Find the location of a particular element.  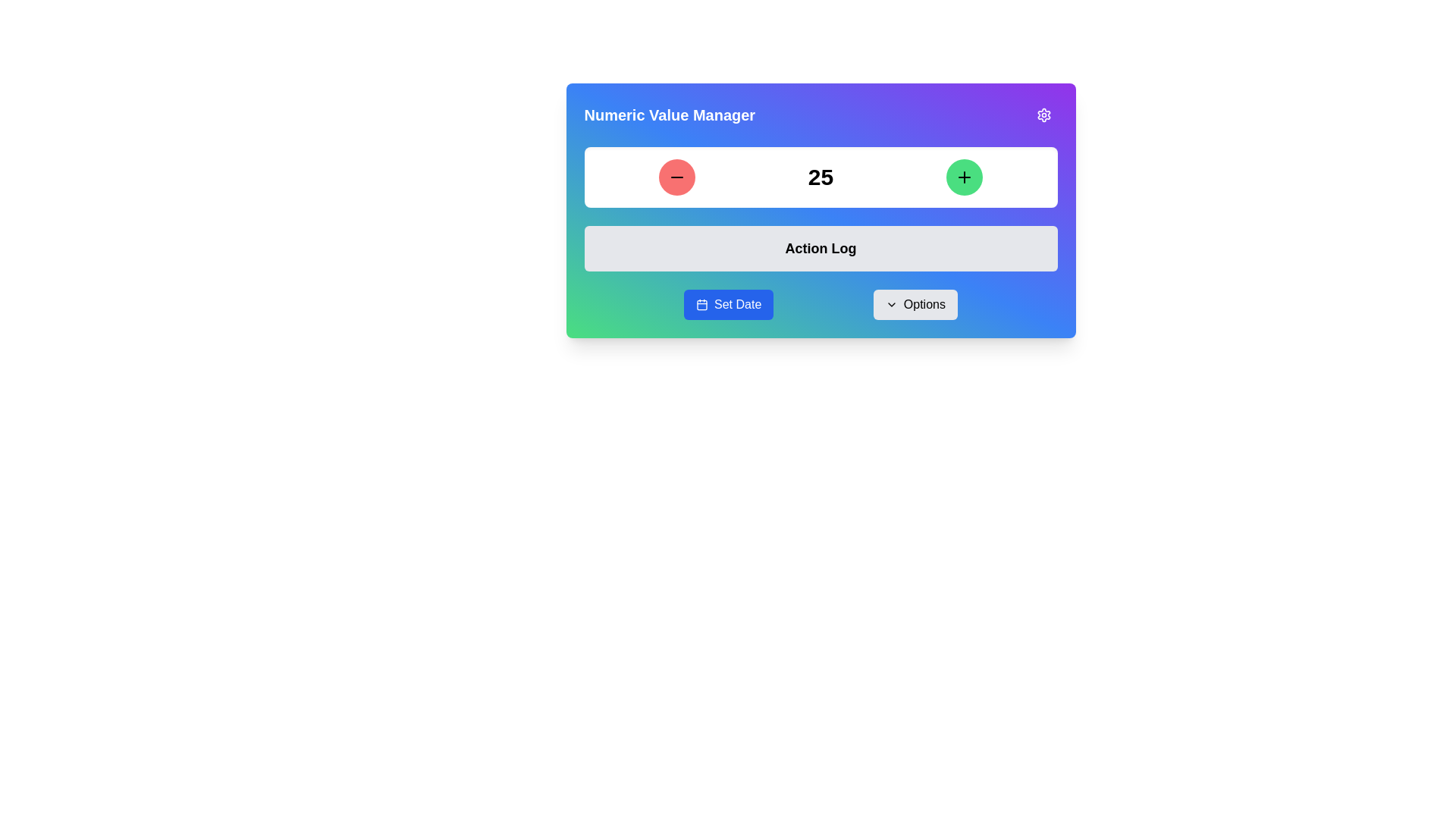

the decrement button located to the left of the numeric display ('25'), which is the leftmost element in the row of buttons is located at coordinates (676, 177).